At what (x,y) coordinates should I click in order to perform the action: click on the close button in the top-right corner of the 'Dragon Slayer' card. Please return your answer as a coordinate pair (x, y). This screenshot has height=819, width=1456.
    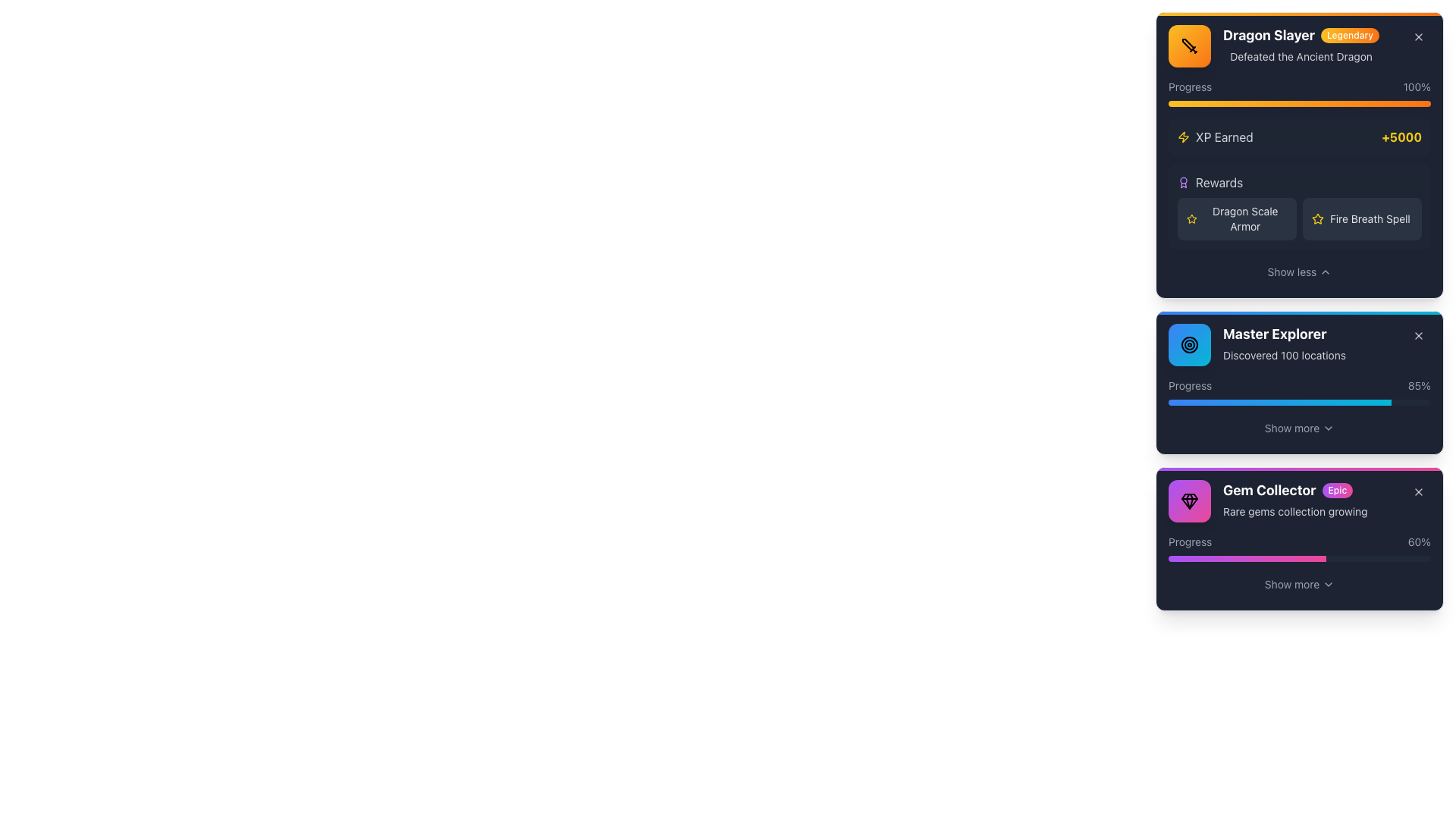
    Looking at the image, I should click on (1418, 36).